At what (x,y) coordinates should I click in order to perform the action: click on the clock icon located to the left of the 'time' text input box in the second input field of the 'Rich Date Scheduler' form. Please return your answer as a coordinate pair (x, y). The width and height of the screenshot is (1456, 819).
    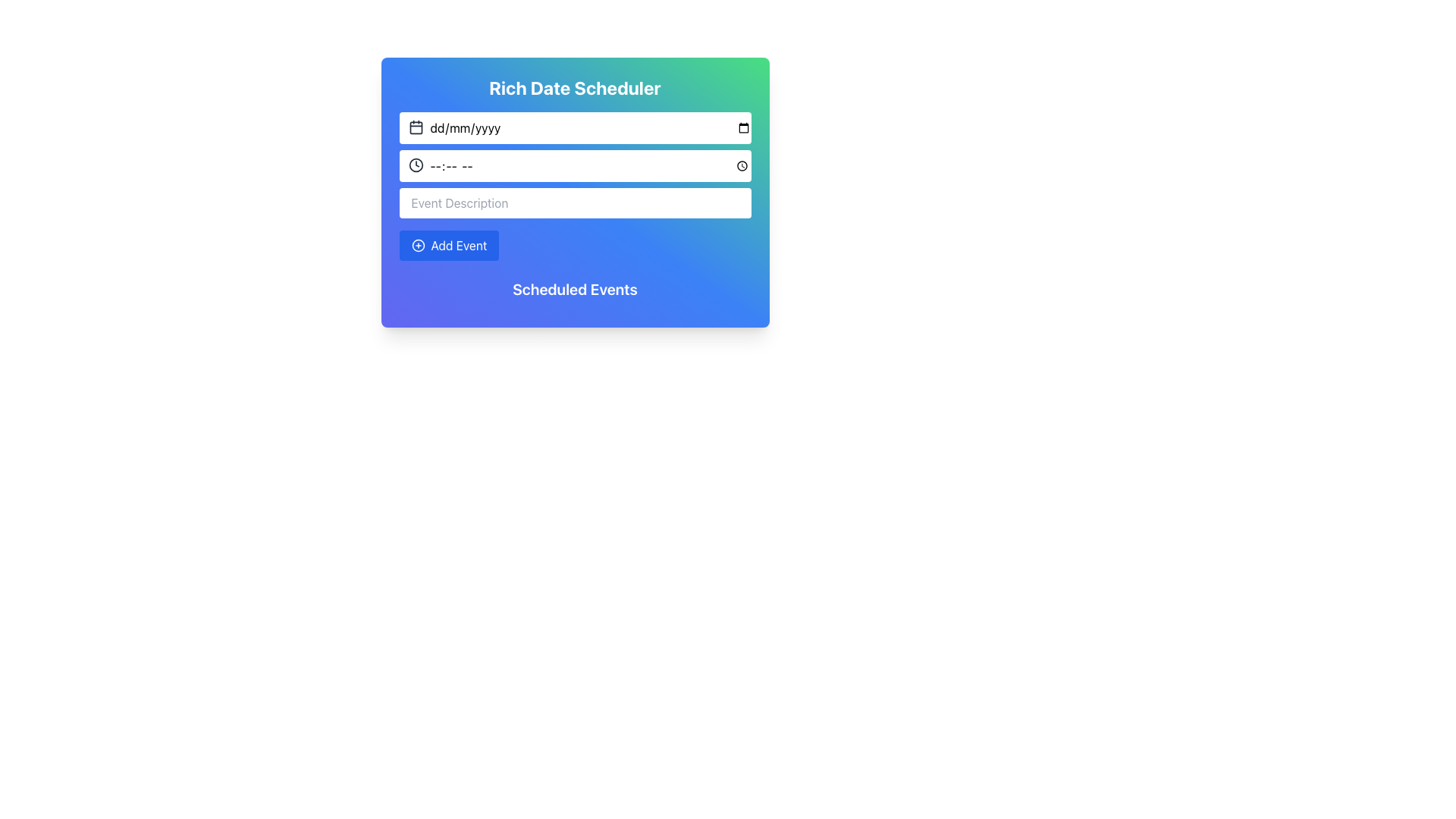
    Looking at the image, I should click on (416, 165).